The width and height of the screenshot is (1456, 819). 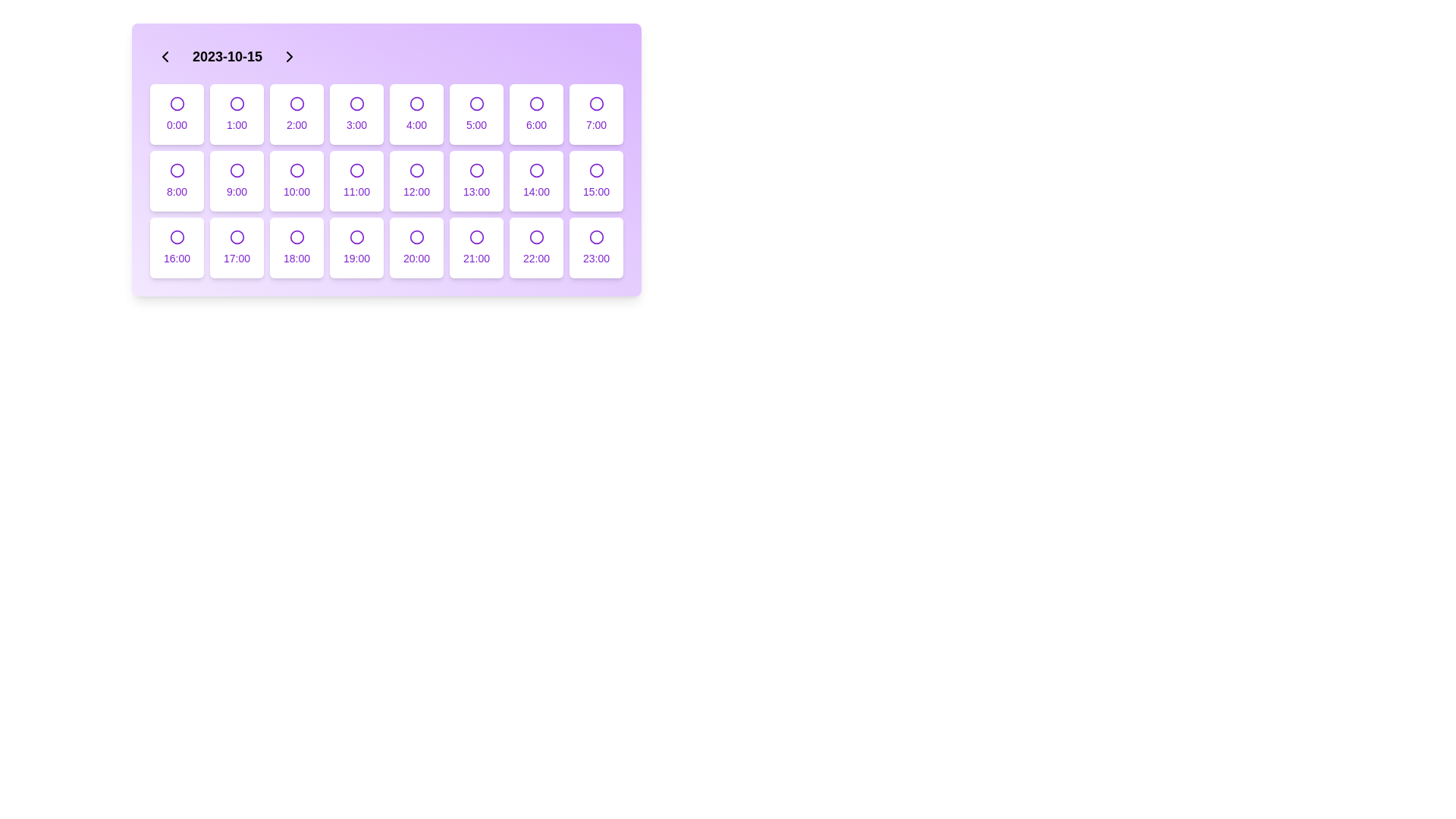 I want to click on the button in the sixth column of the fourth row that allows the user, so click(x=416, y=247).